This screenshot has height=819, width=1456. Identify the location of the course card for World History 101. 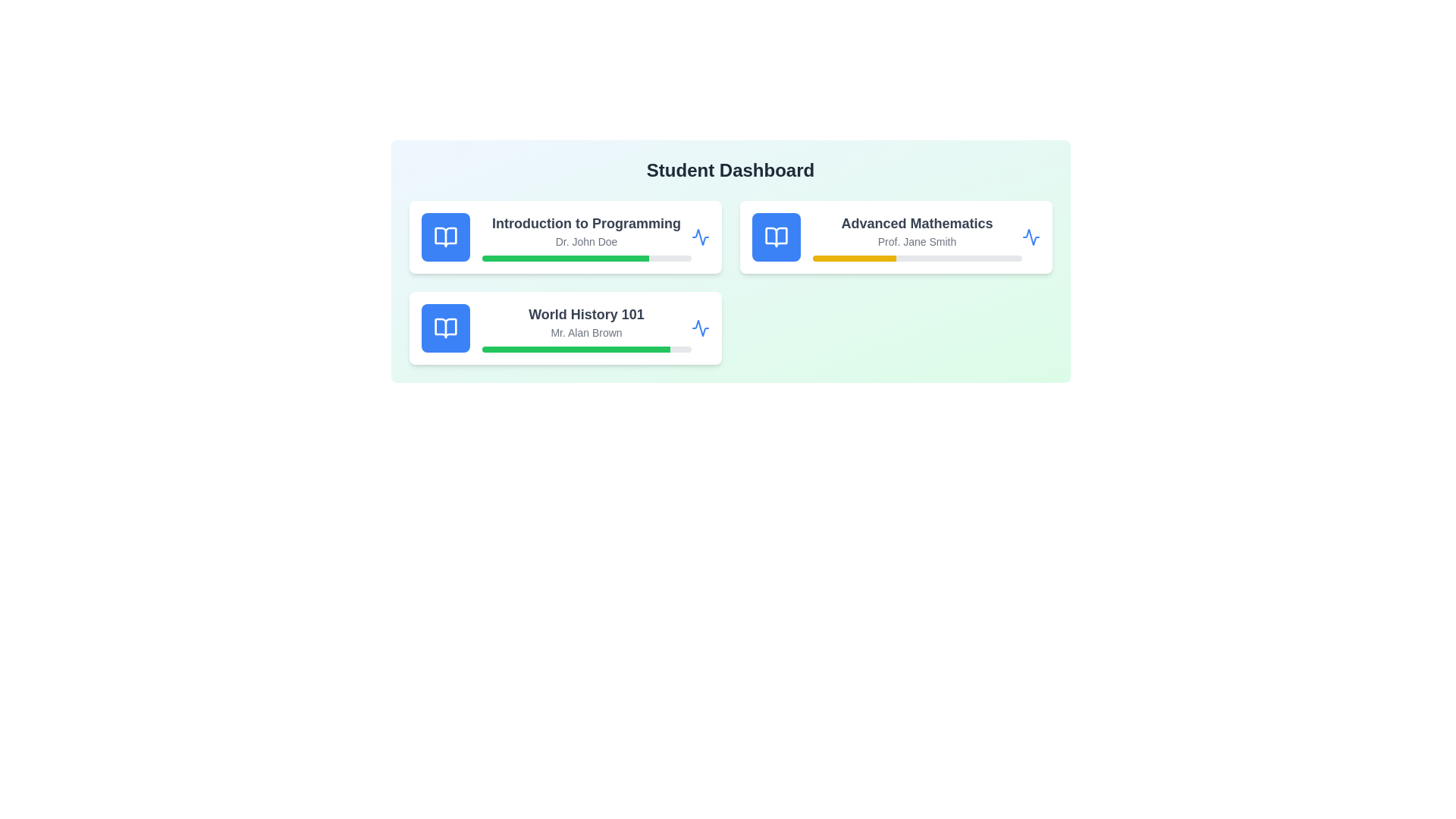
(564, 327).